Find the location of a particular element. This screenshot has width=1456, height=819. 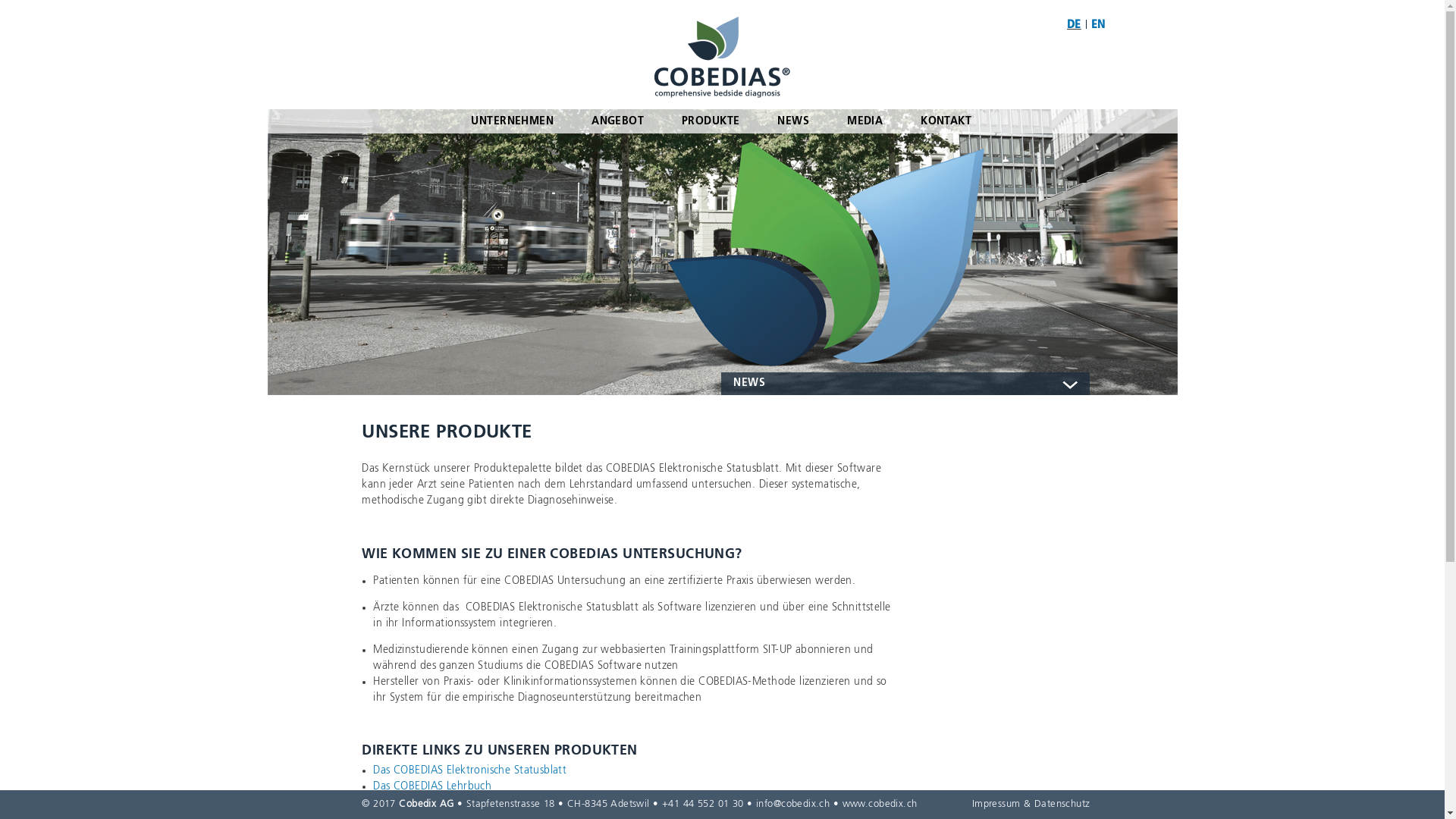

'Das COBEDIAS Elektronische Statusblatt' is located at coordinates (469, 770).